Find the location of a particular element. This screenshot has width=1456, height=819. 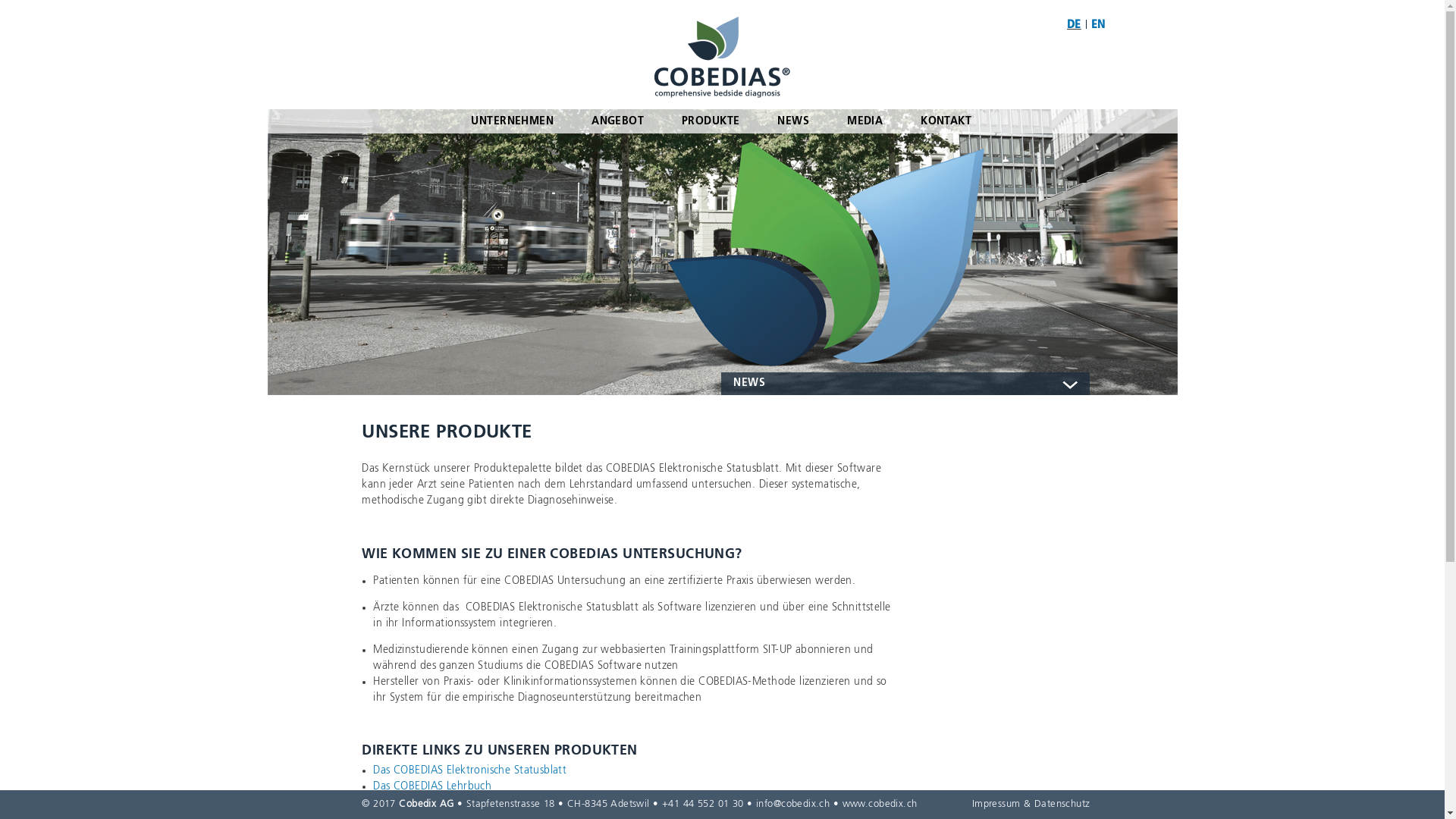

'Das COBEDIAS Elektronische Statusblatt' is located at coordinates (469, 770).